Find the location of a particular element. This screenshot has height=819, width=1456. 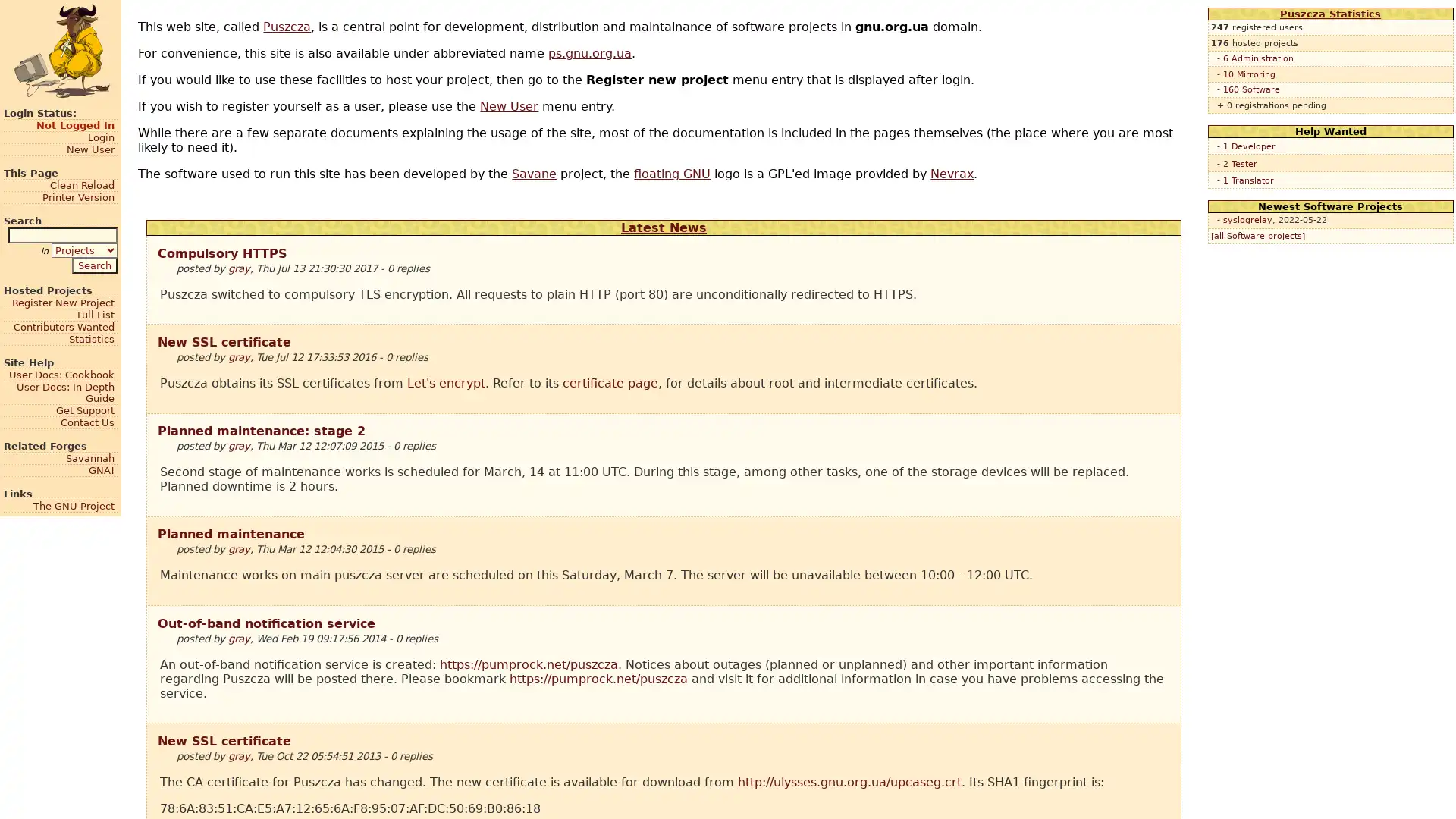

Search is located at coordinates (93, 264).